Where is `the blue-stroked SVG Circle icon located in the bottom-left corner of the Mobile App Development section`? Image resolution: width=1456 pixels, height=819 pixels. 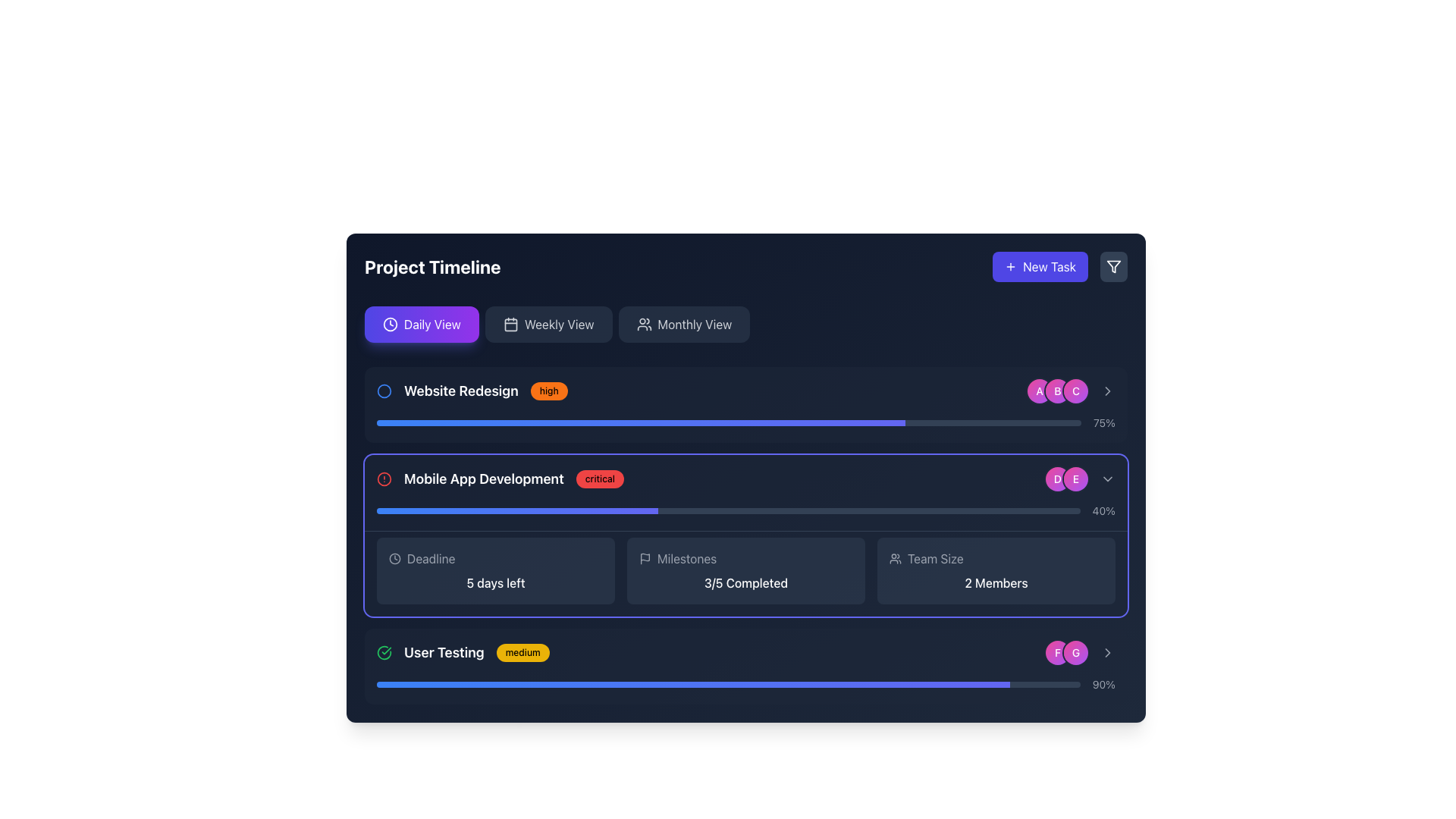
the blue-stroked SVG Circle icon located in the bottom-left corner of the Mobile App Development section is located at coordinates (384, 391).